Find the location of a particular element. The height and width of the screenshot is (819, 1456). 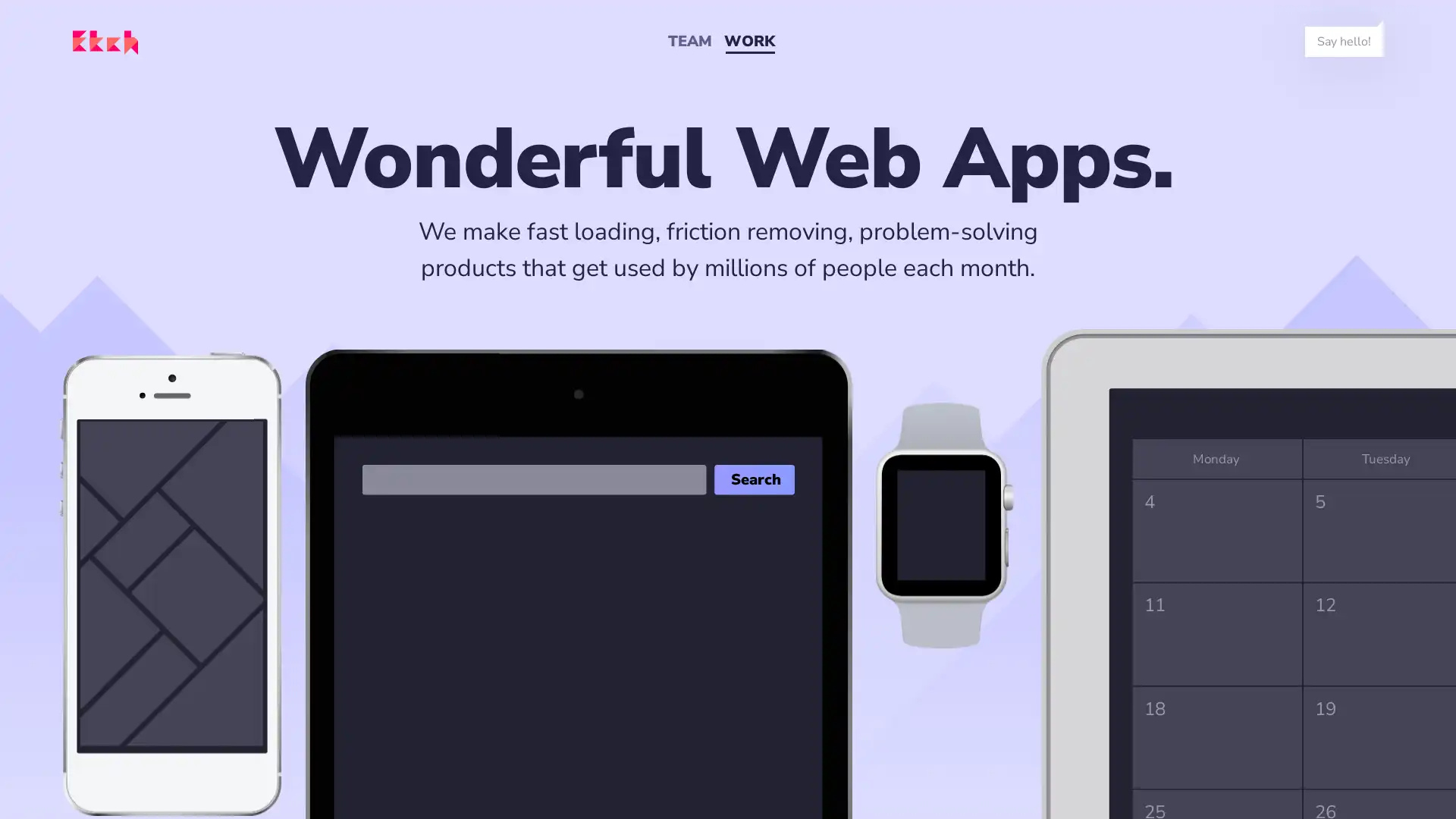

Open the contact details modal is located at coordinates (1344, 40).